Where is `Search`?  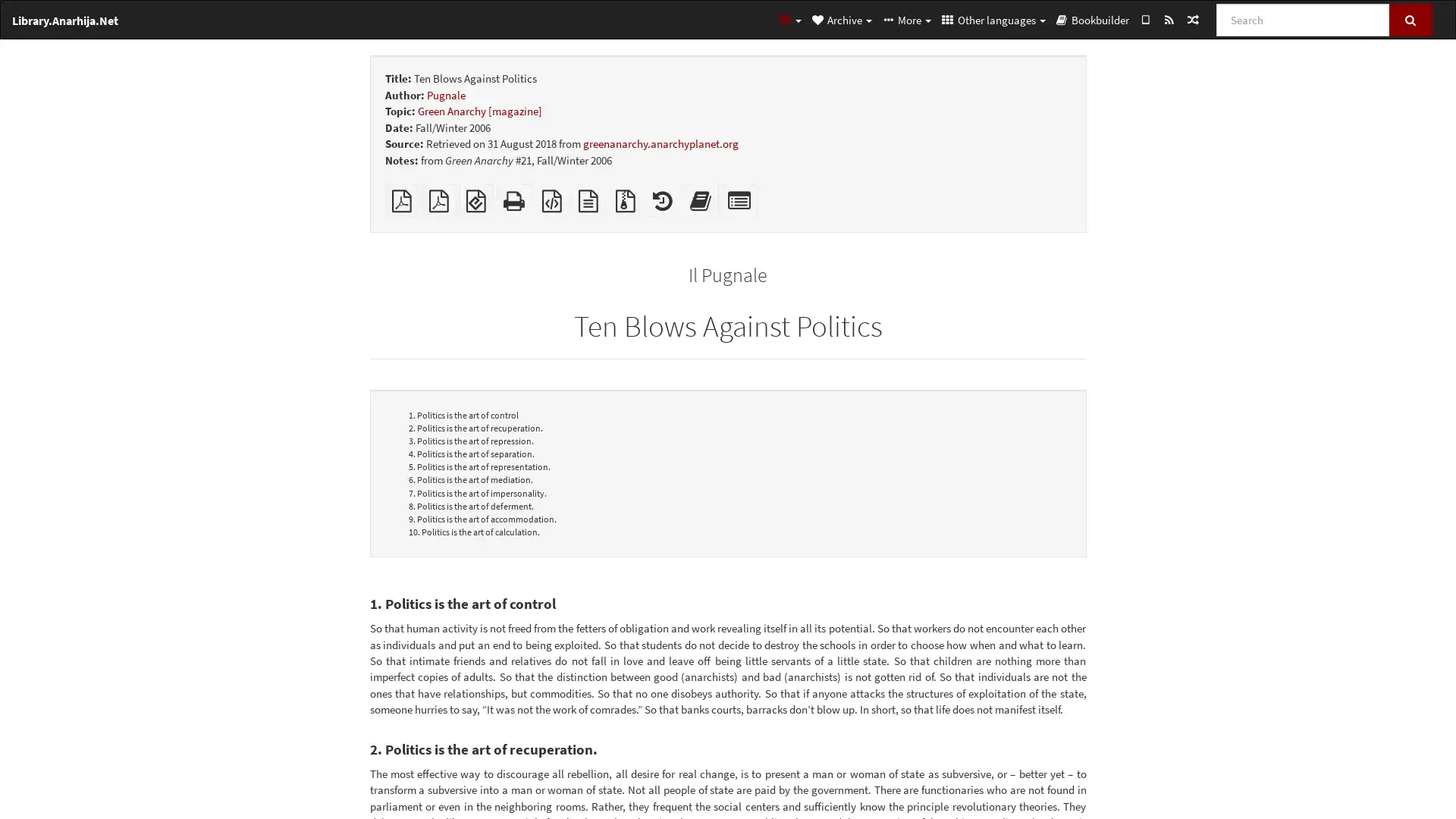
Search is located at coordinates (1410, 19).